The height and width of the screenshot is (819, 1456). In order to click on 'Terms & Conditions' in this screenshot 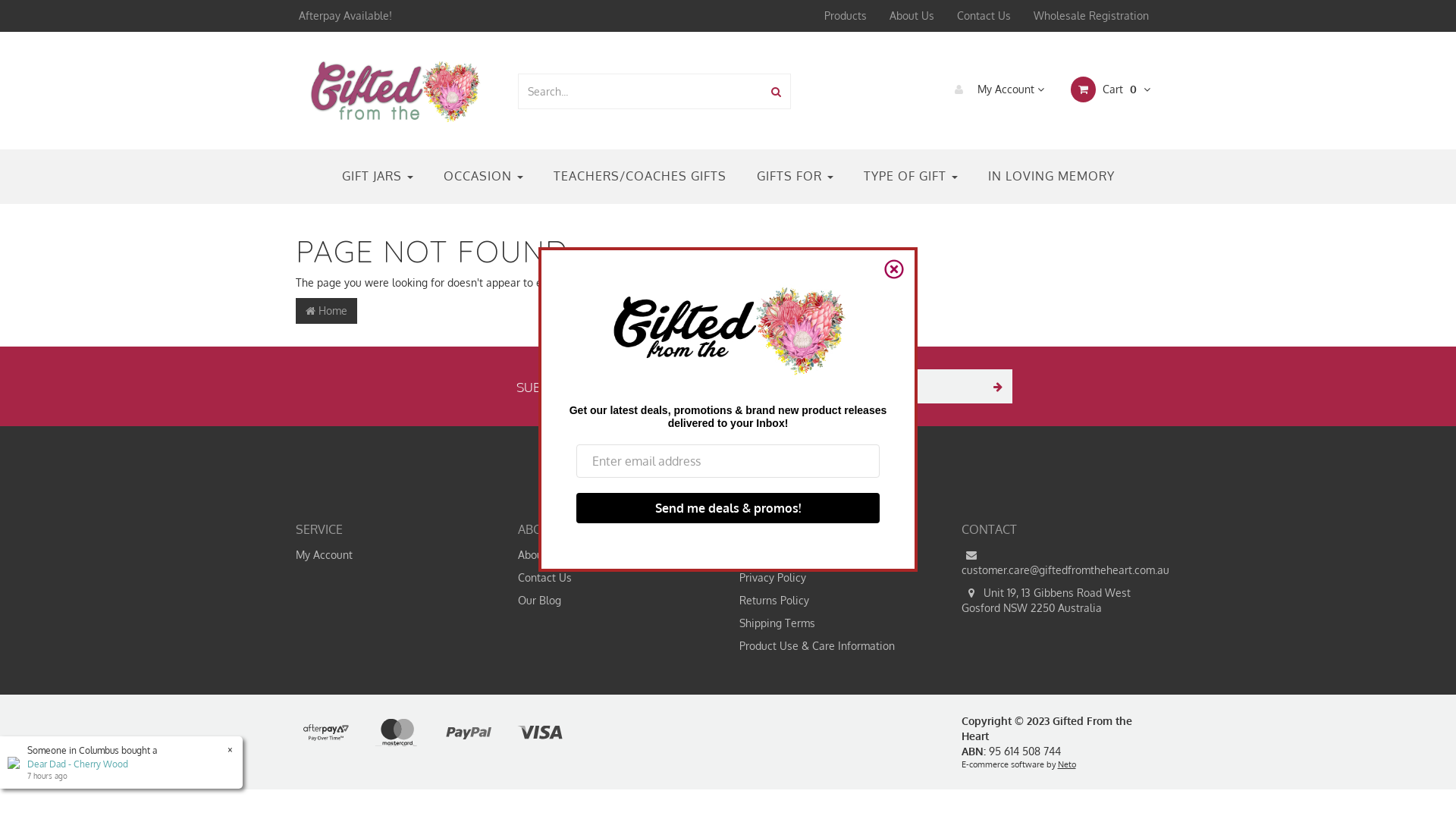, I will do `click(833, 555)`.